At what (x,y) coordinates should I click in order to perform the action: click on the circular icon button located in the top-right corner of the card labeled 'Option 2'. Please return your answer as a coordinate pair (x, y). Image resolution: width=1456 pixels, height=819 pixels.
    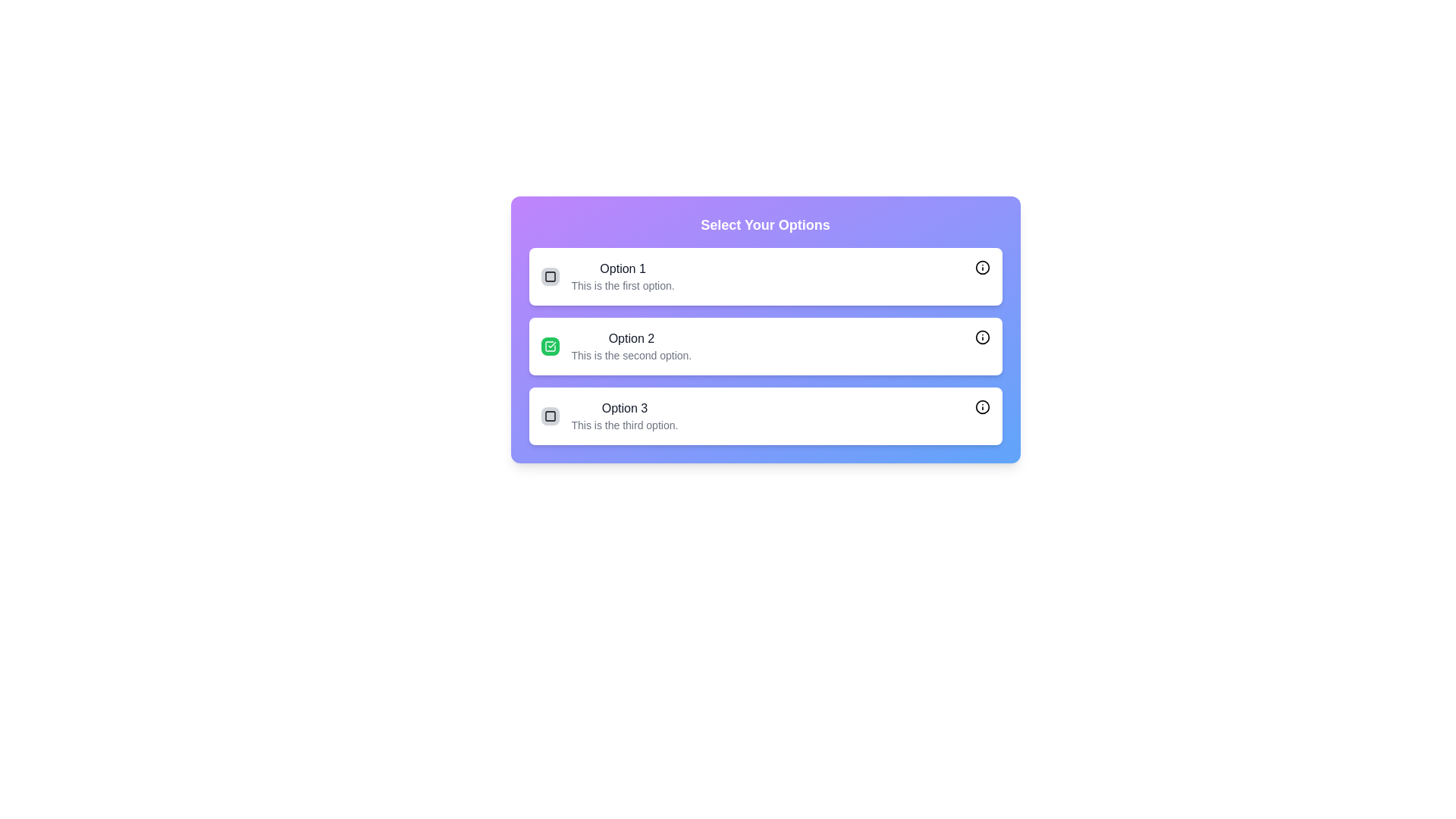
    Looking at the image, I should click on (982, 336).